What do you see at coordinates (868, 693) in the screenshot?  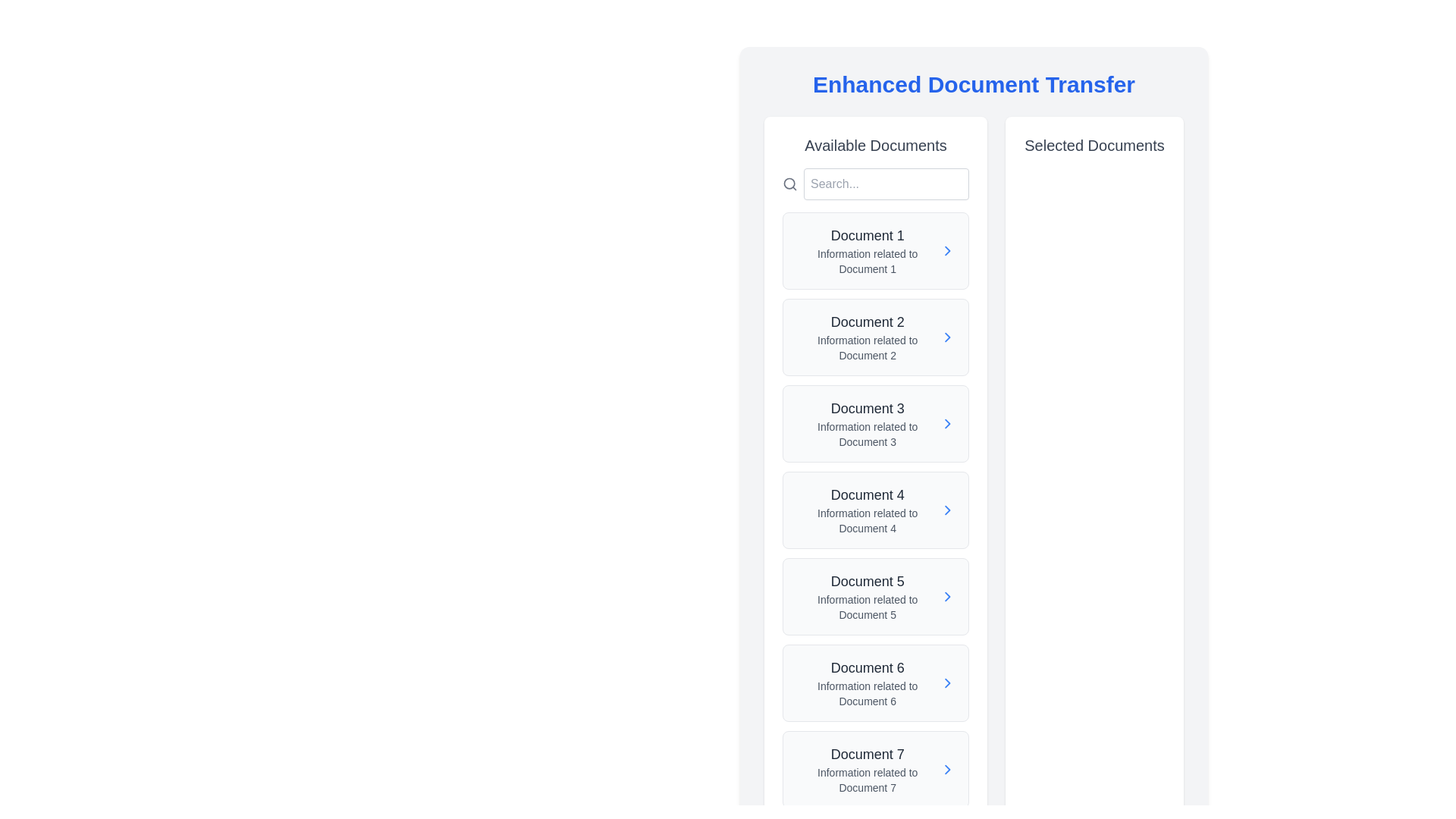 I see `the text element displaying 'Information related to Document 6', which is positioned below the title 'Document 6' in the sixth card of the 'Available Documents' section` at bounding box center [868, 693].